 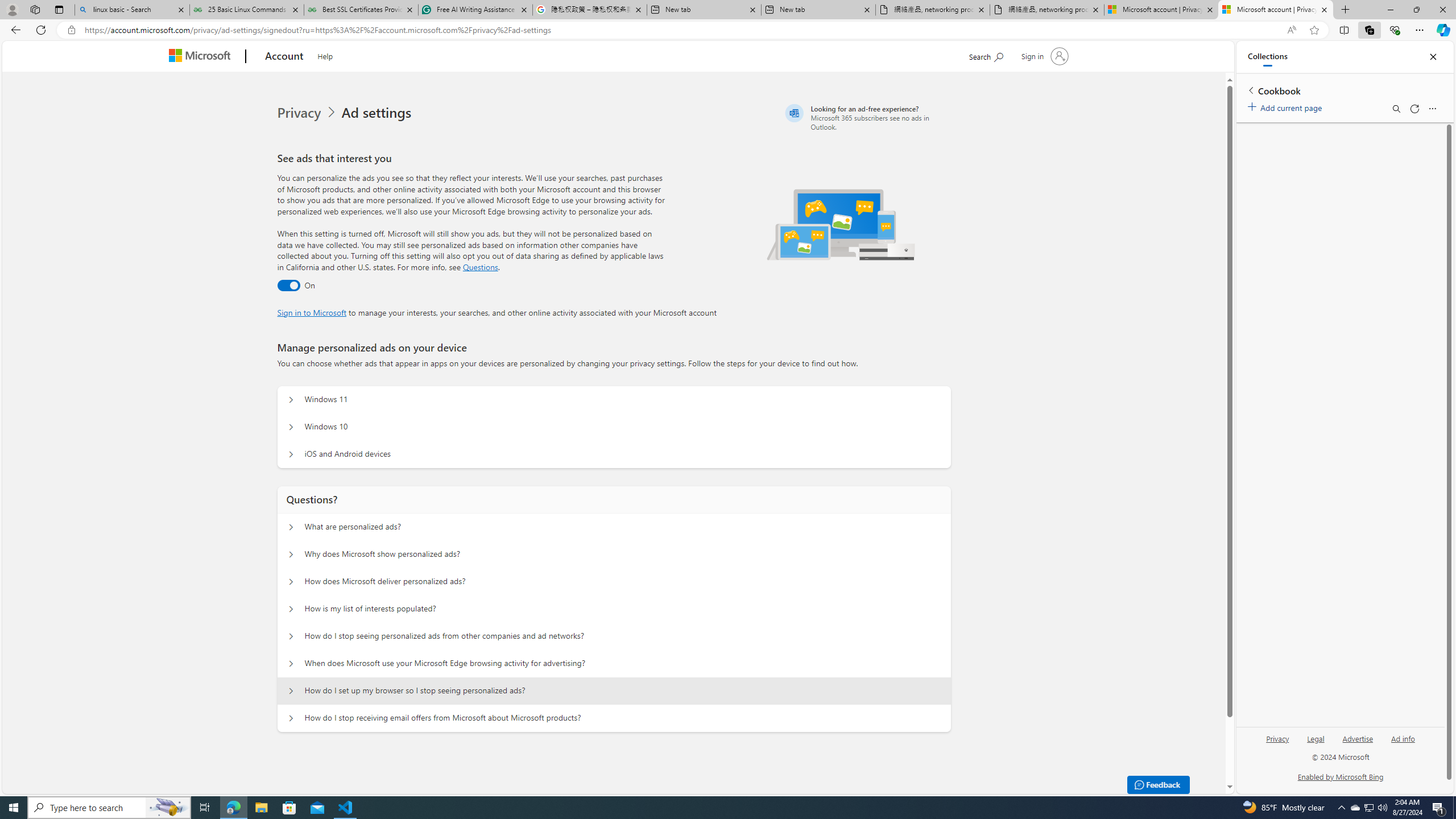 I want to click on 'More options menu', so click(x=1433, y=109).